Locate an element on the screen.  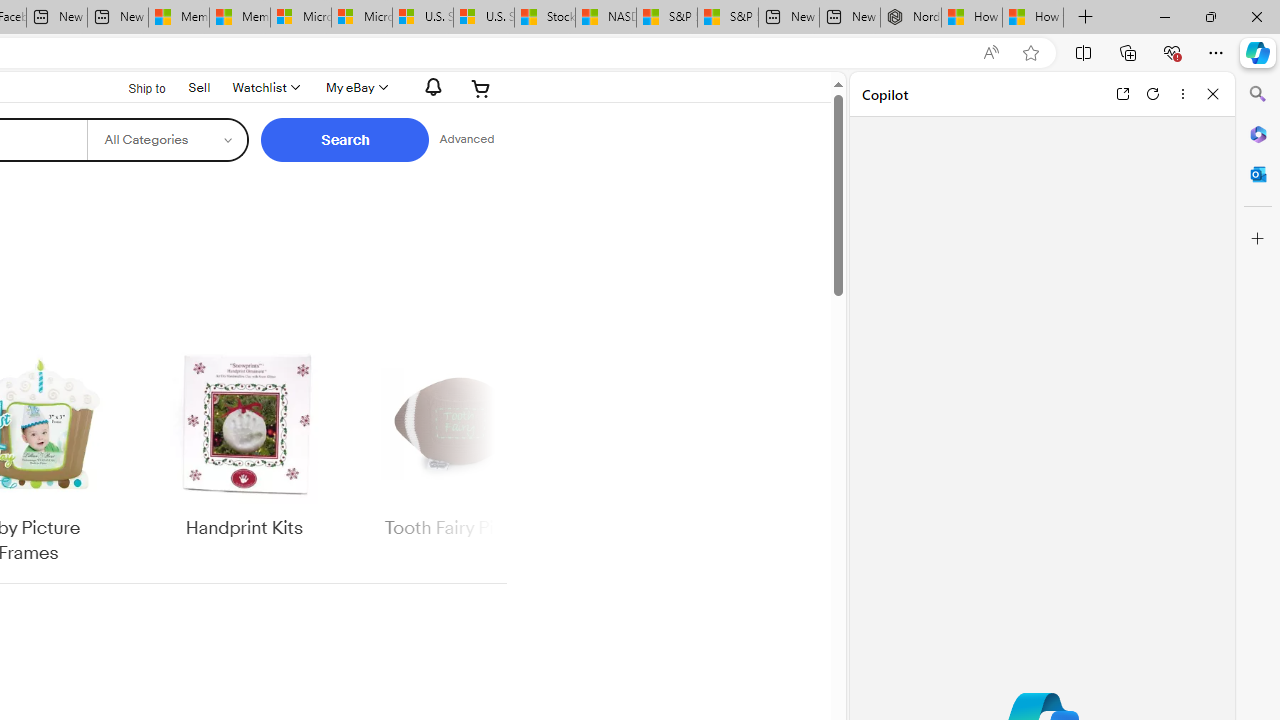
'Ship to' is located at coordinates (133, 88).